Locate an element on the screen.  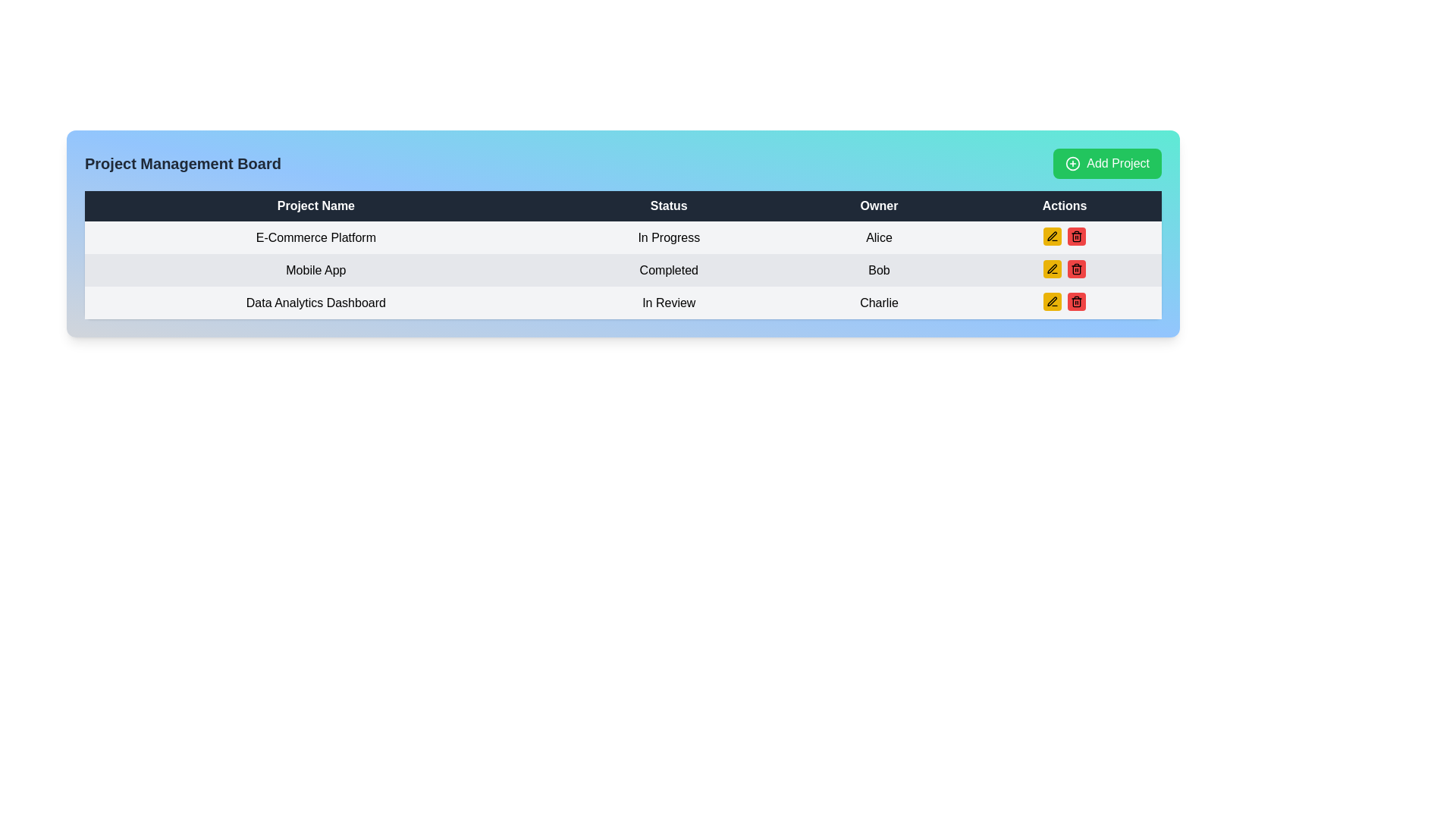
the small rectangular yellow button with a pen icon in the Actions column for the row associated with 'Alice' is located at coordinates (1051, 237).